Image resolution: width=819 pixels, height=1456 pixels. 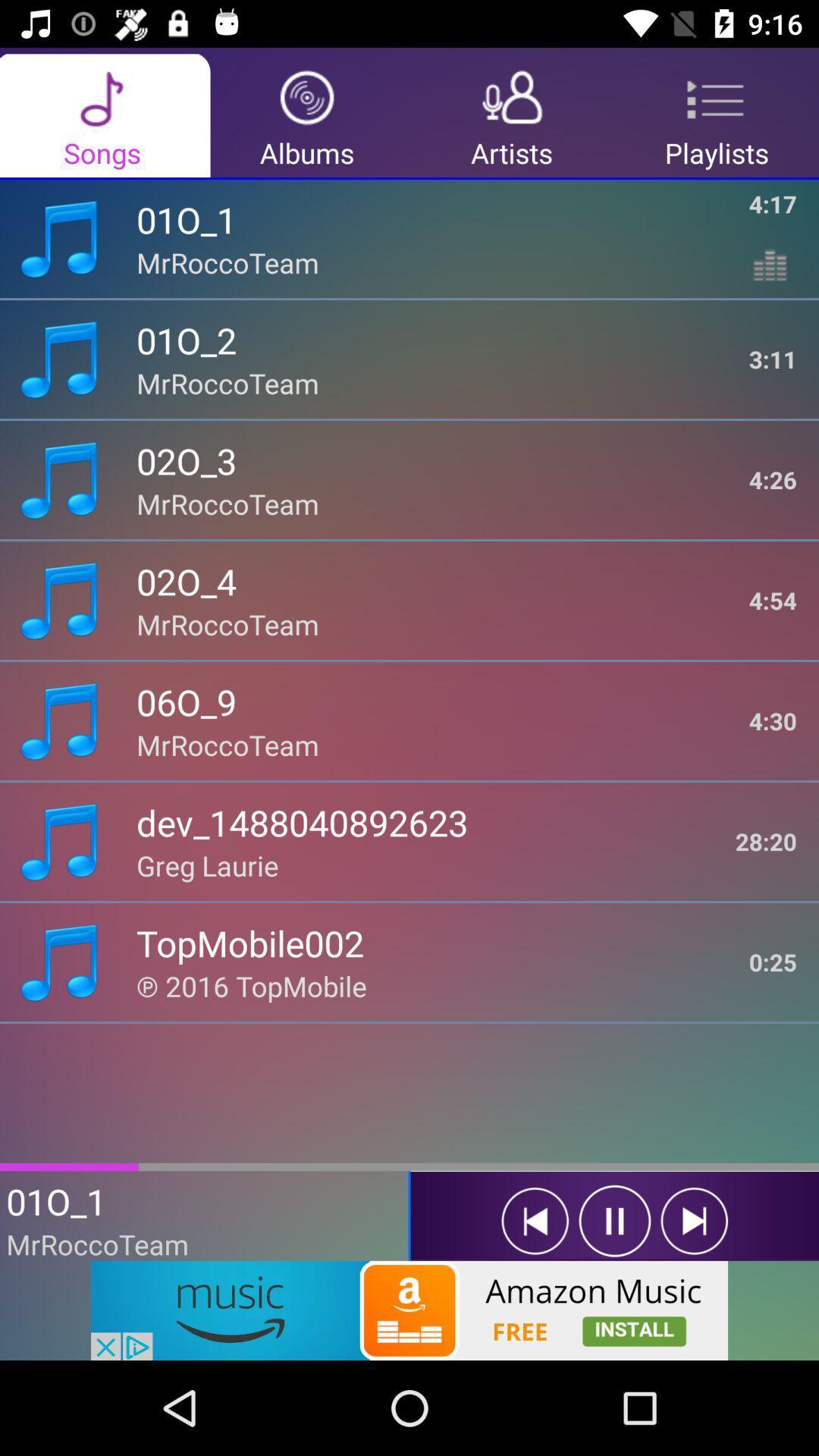 What do you see at coordinates (534, 1221) in the screenshot?
I see `previous` at bounding box center [534, 1221].